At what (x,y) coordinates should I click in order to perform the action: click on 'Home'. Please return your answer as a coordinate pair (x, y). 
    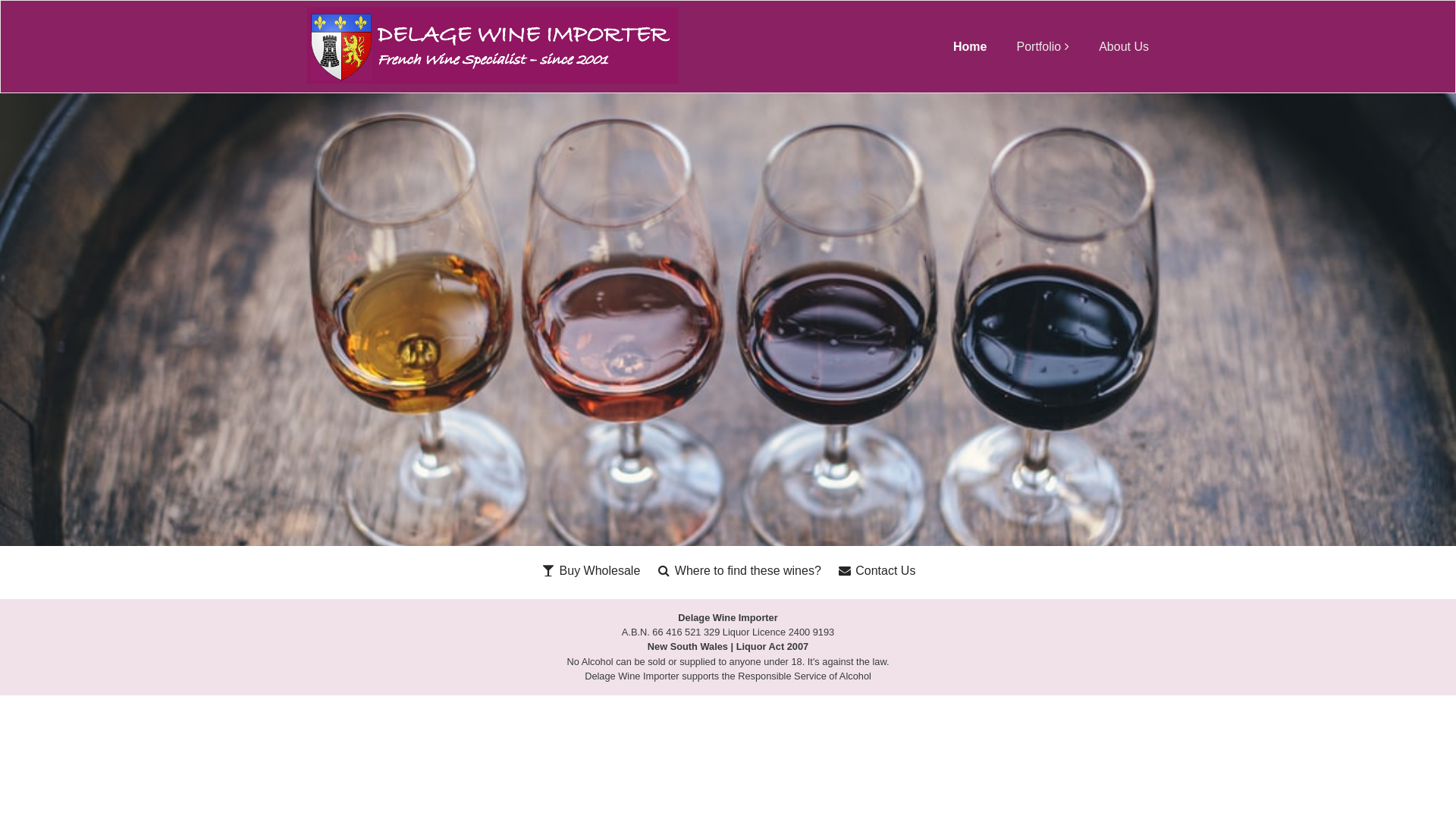
    Looking at the image, I should click on (968, 45).